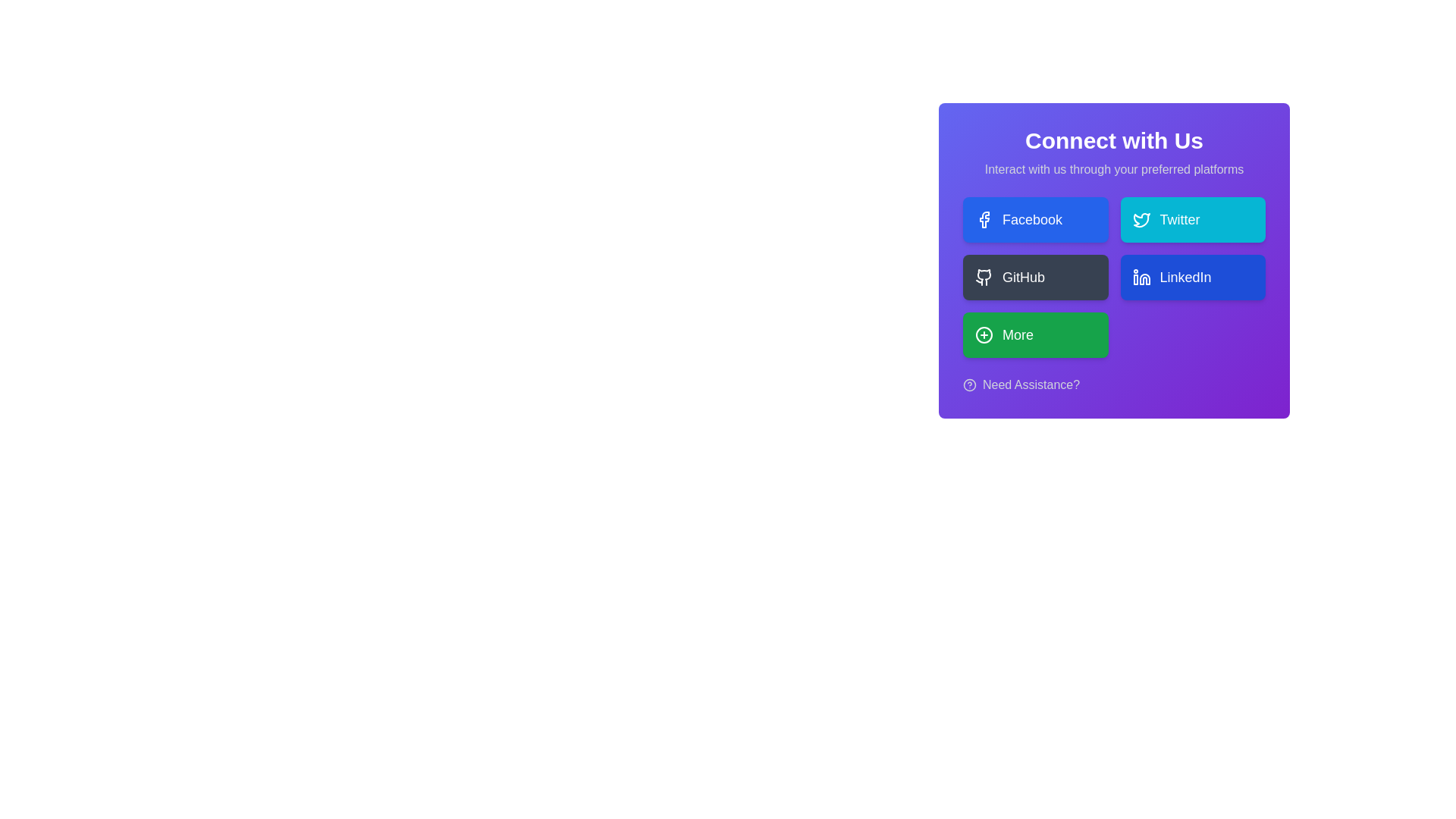  What do you see at coordinates (984, 278) in the screenshot?
I see `the 'GitHub' button that contains the SVG graphic of a stylized cat logo` at bounding box center [984, 278].